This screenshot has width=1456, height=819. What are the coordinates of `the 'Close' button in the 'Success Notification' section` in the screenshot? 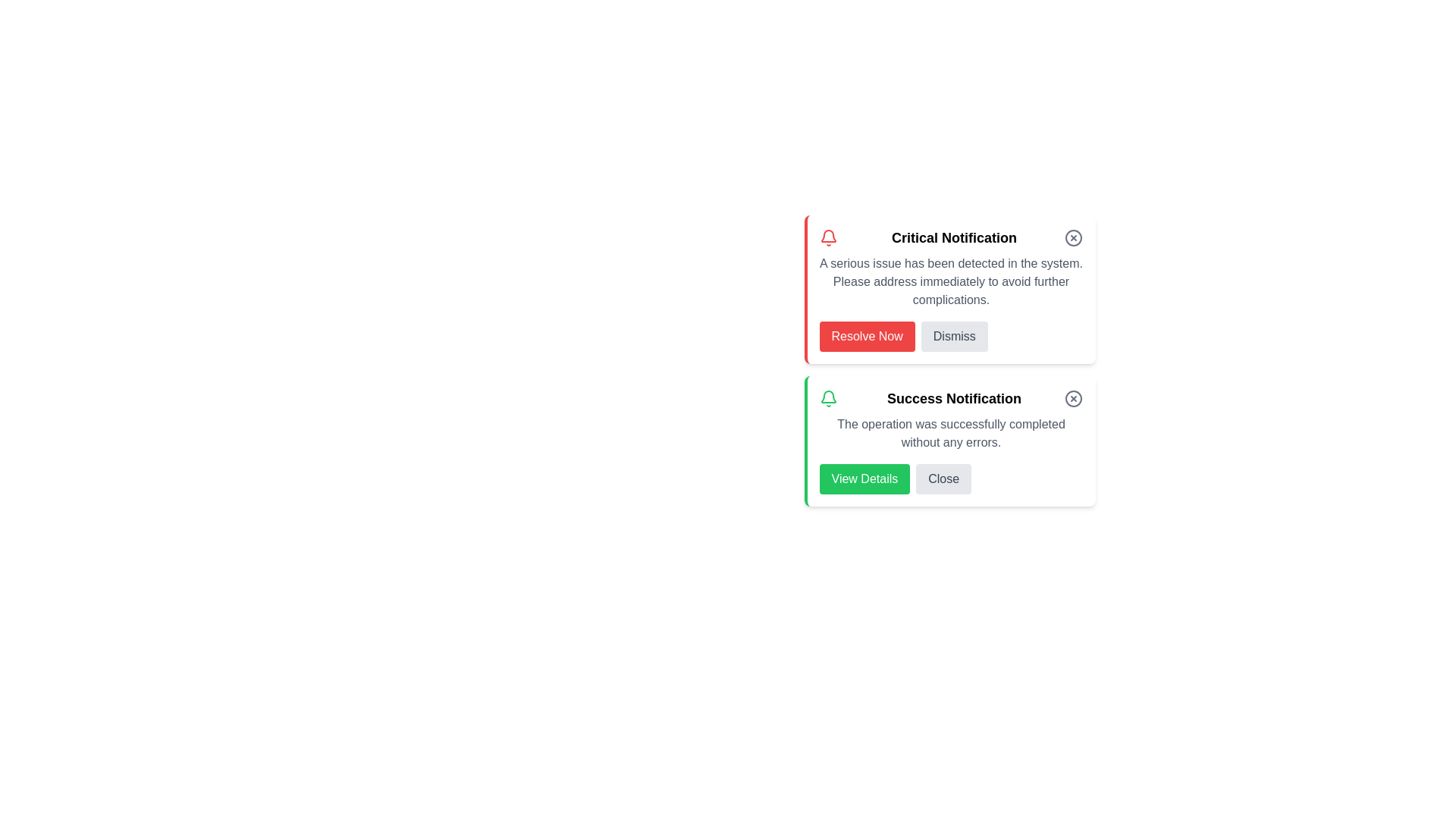 It's located at (943, 479).